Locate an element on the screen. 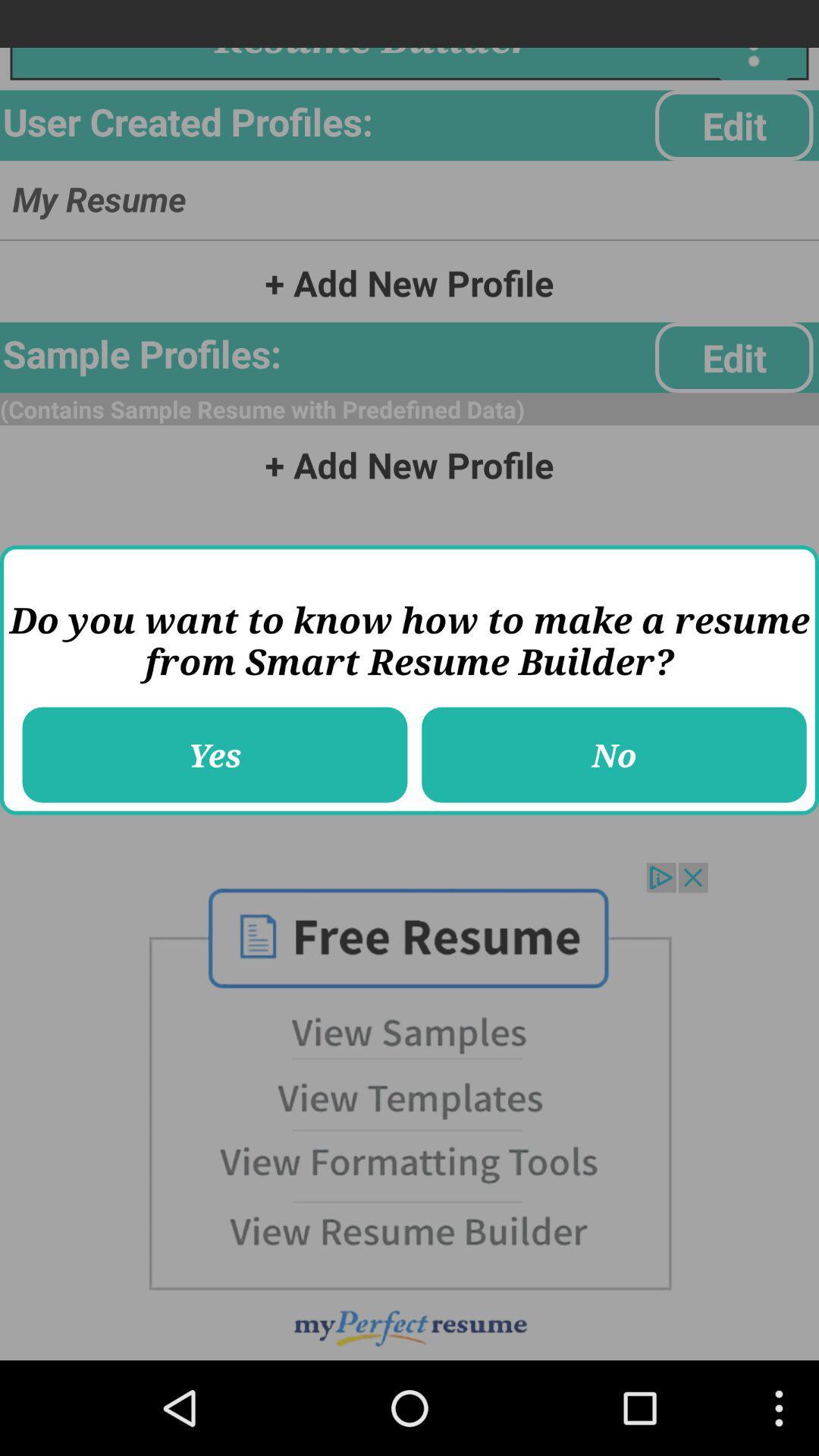  item below the do you want is located at coordinates (215, 755).